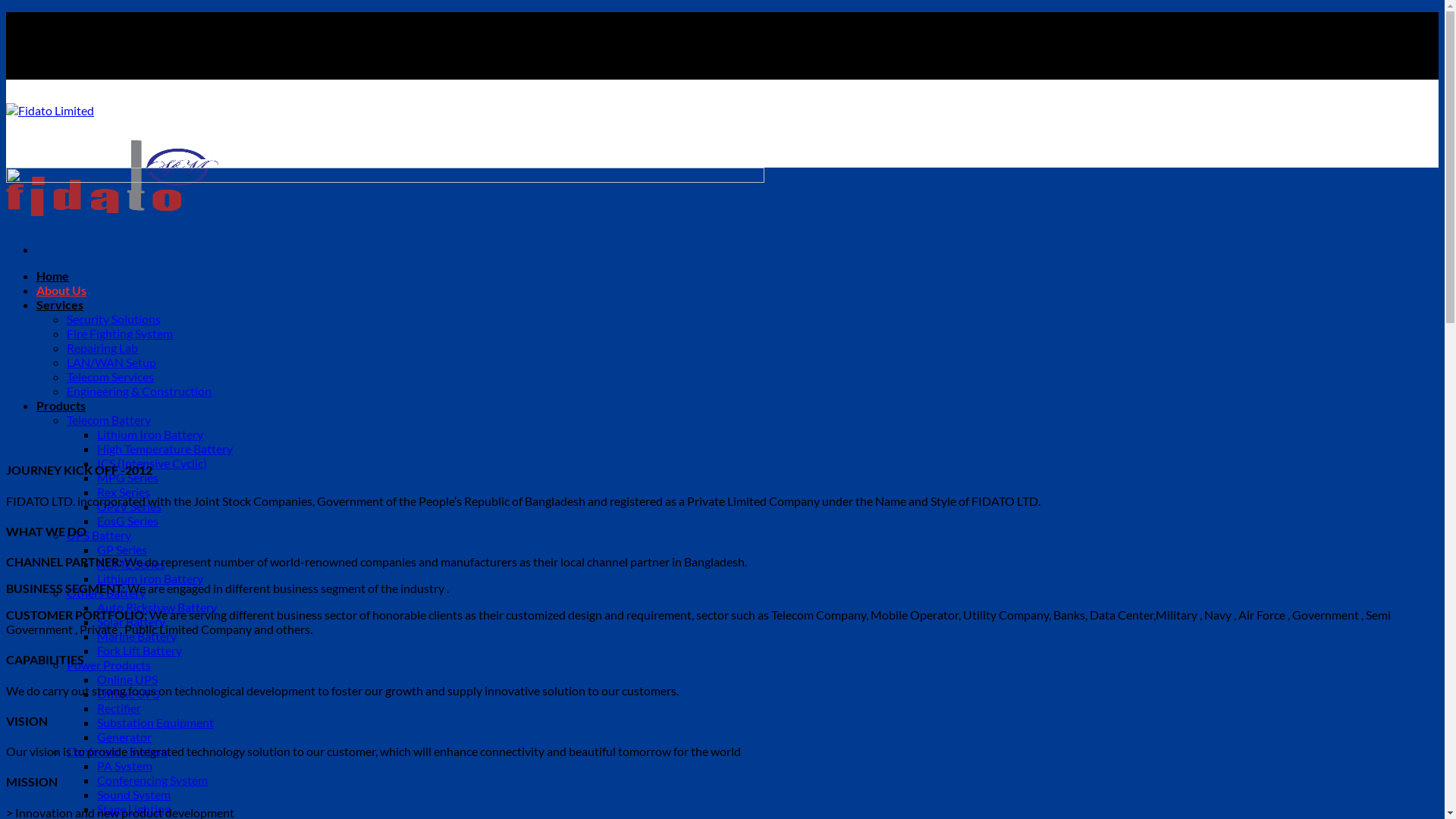  Describe the element at coordinates (36, 290) in the screenshot. I see `'About Us'` at that location.